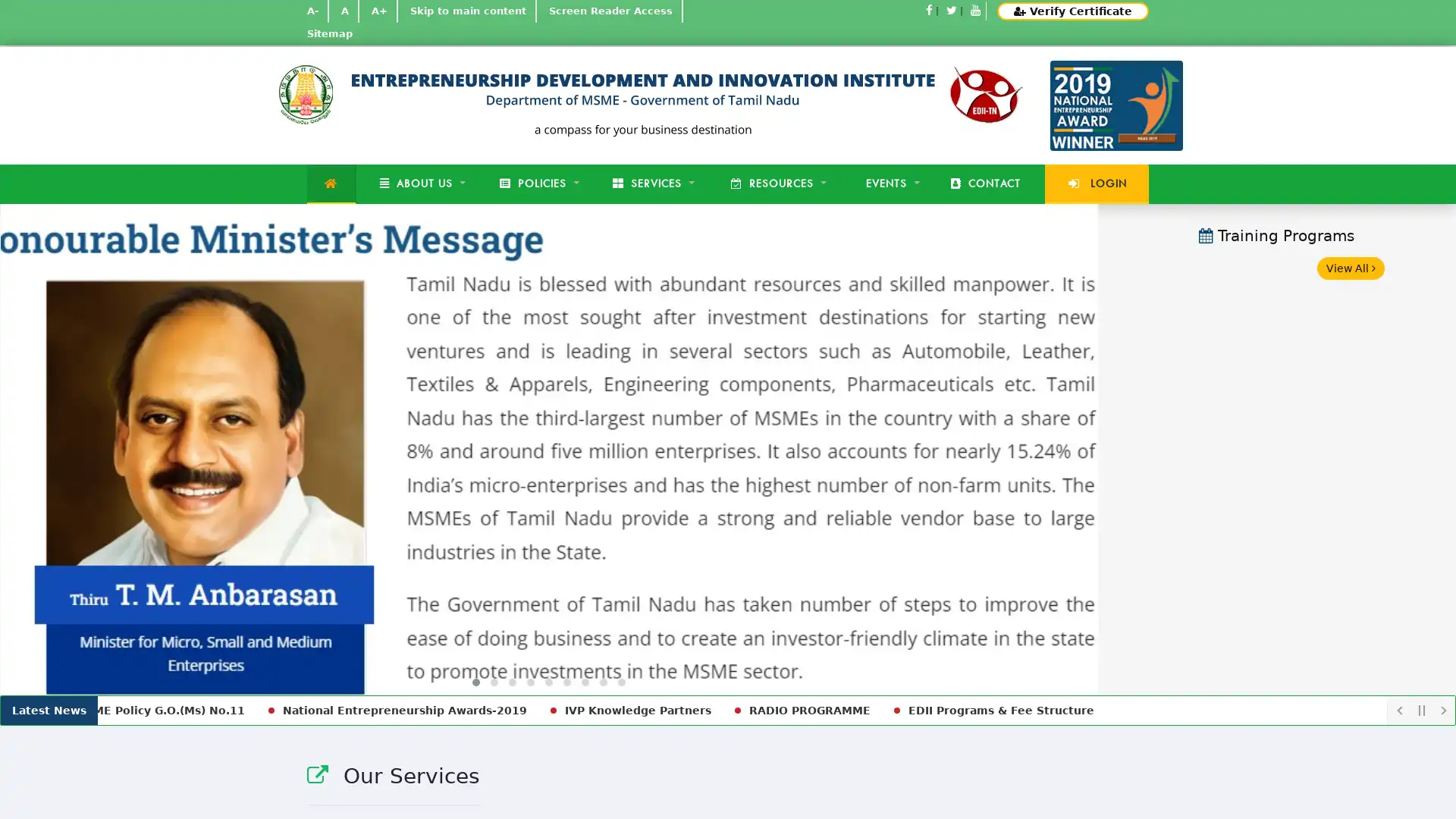  Describe the element at coordinates (30, 433) in the screenshot. I see `Previous` at that location.